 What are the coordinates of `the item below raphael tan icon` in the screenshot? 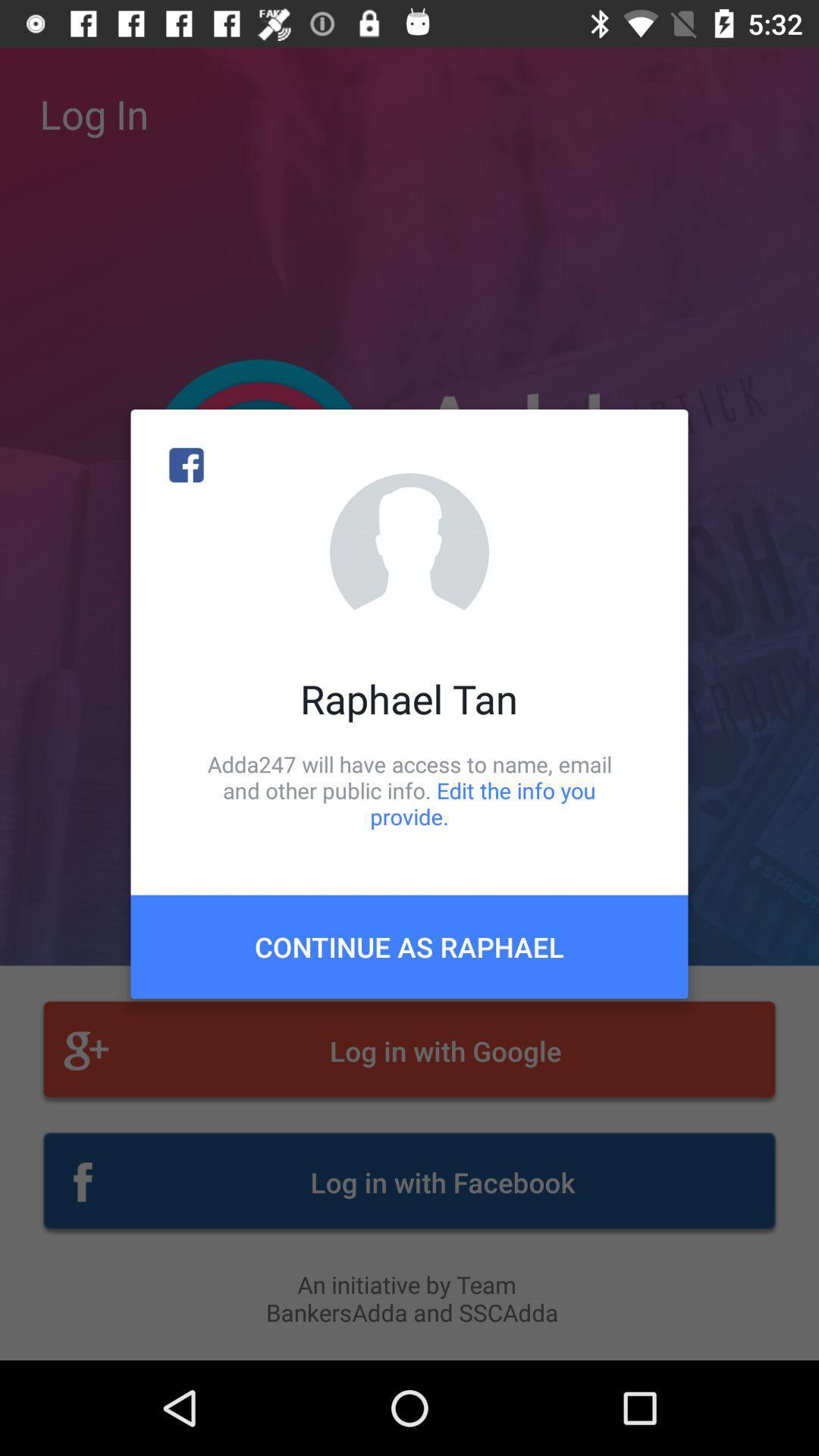 It's located at (409, 789).